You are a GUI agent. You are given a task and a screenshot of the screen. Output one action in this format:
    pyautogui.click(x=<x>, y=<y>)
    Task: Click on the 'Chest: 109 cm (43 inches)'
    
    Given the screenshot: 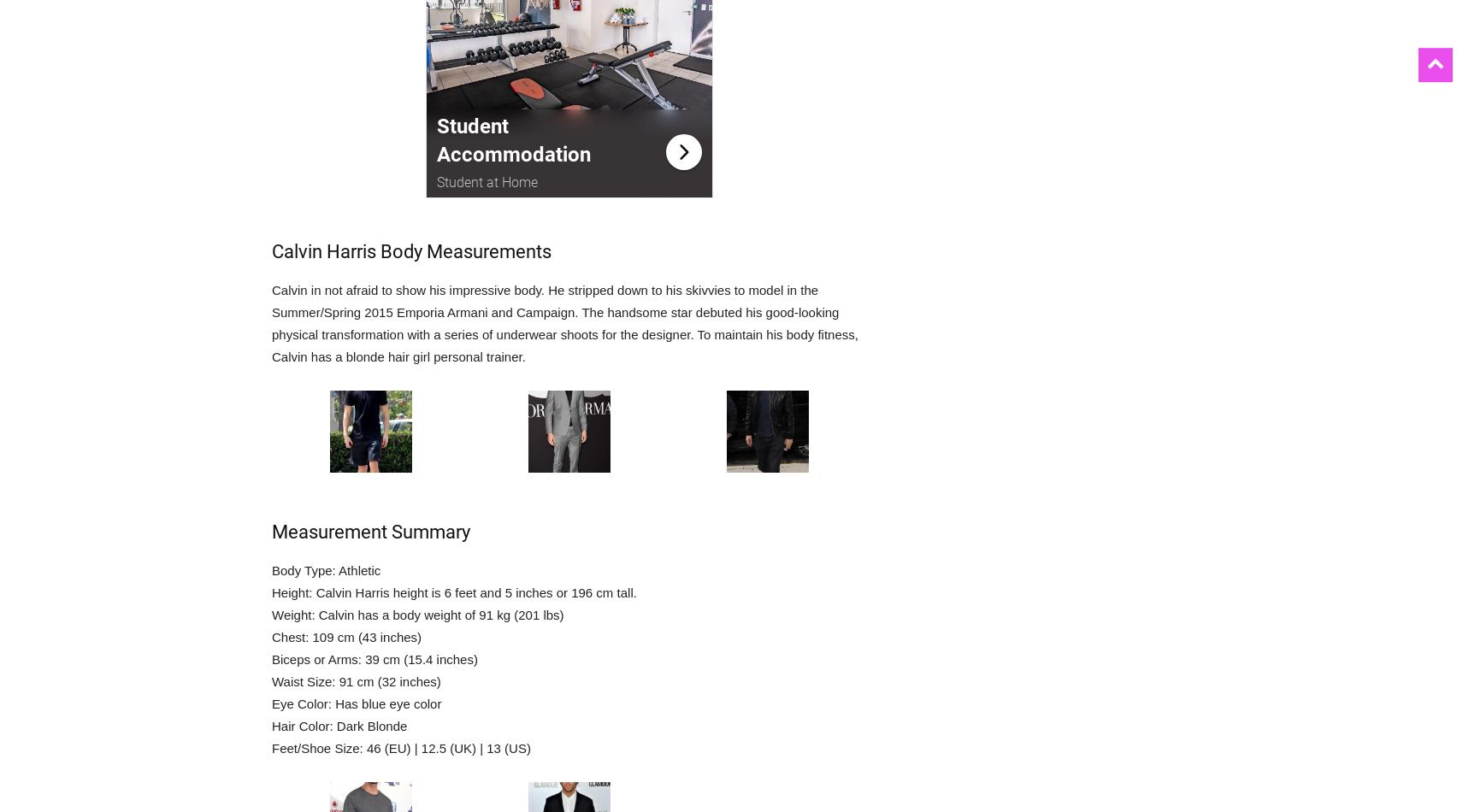 What is the action you would take?
    pyautogui.click(x=345, y=636)
    